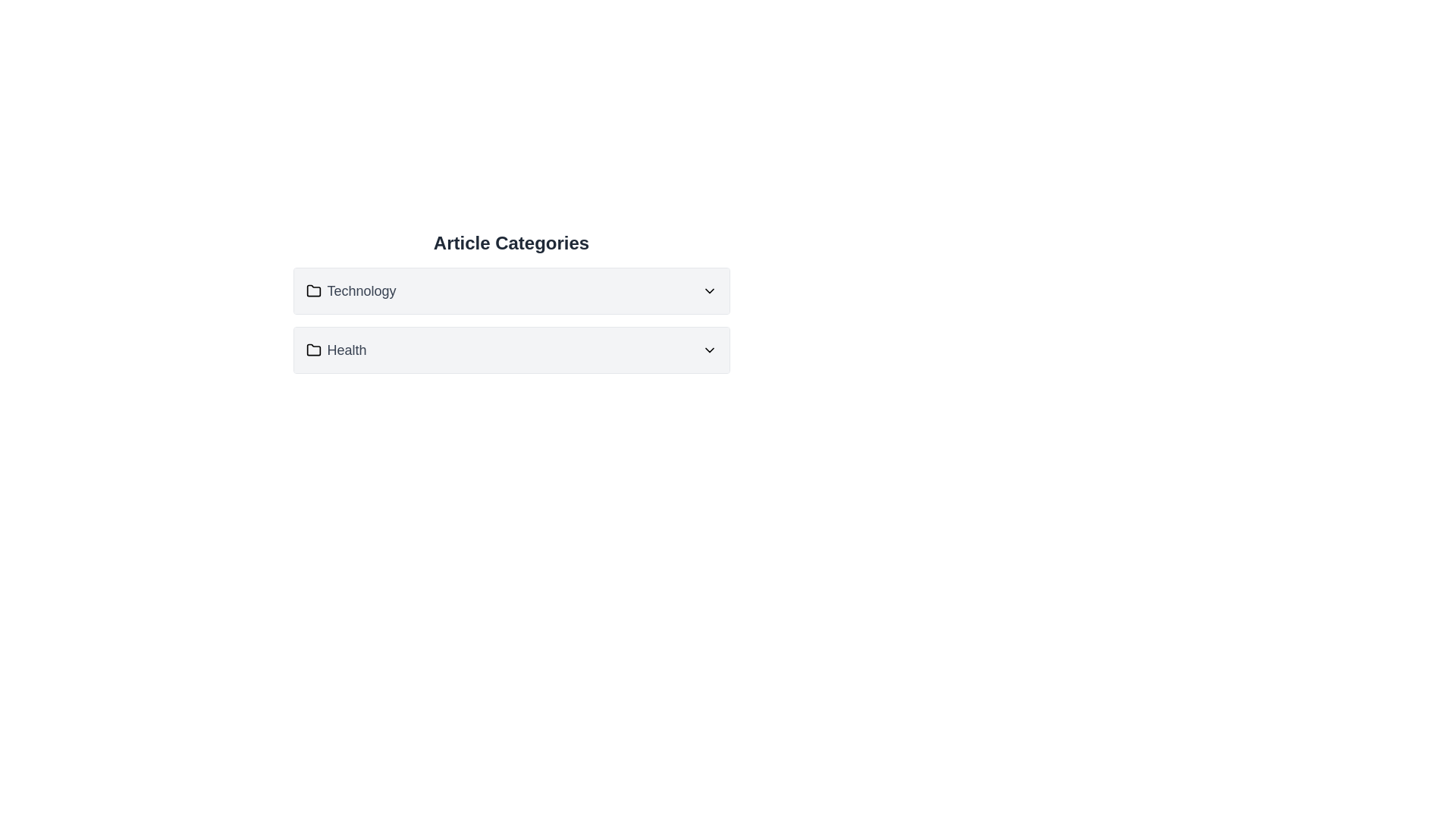 The height and width of the screenshot is (819, 1456). I want to click on the 'Technology' category list item in the 'Article Categories' section, so click(350, 291).